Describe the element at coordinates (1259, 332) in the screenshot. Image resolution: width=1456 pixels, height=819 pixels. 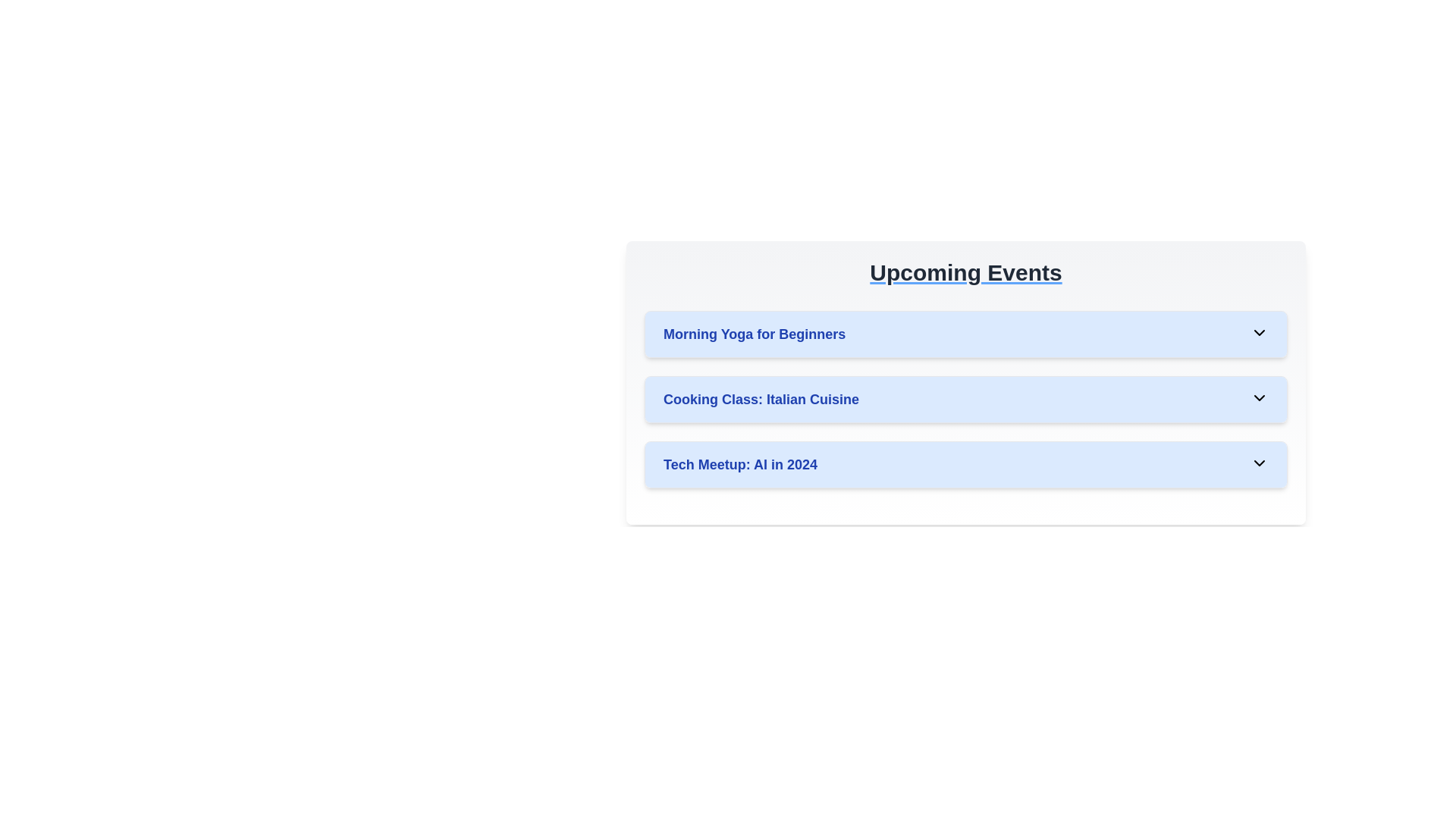
I see `the Toggle icon (chevron-down) located on the far right of the 'Morning Yoga for Beginners' section` at that location.